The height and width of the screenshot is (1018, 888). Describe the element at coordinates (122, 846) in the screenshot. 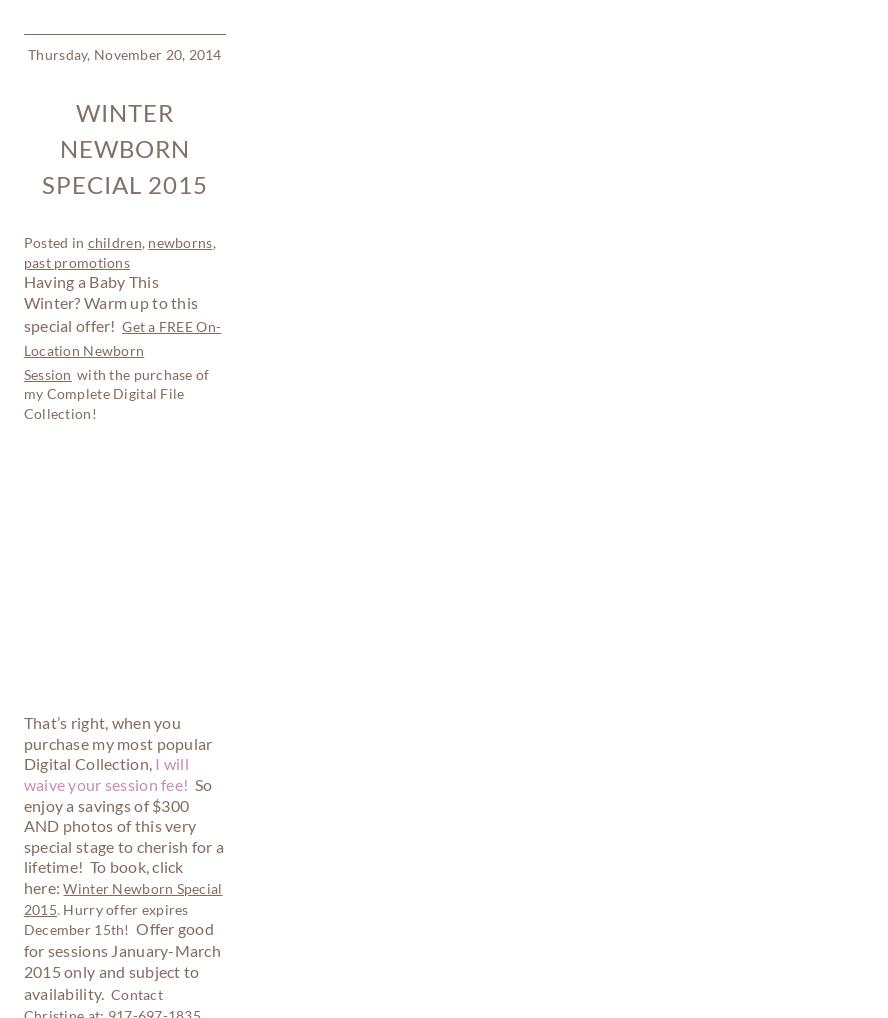

I see `'Book a full outdoor children’s session in April or May,'` at that location.